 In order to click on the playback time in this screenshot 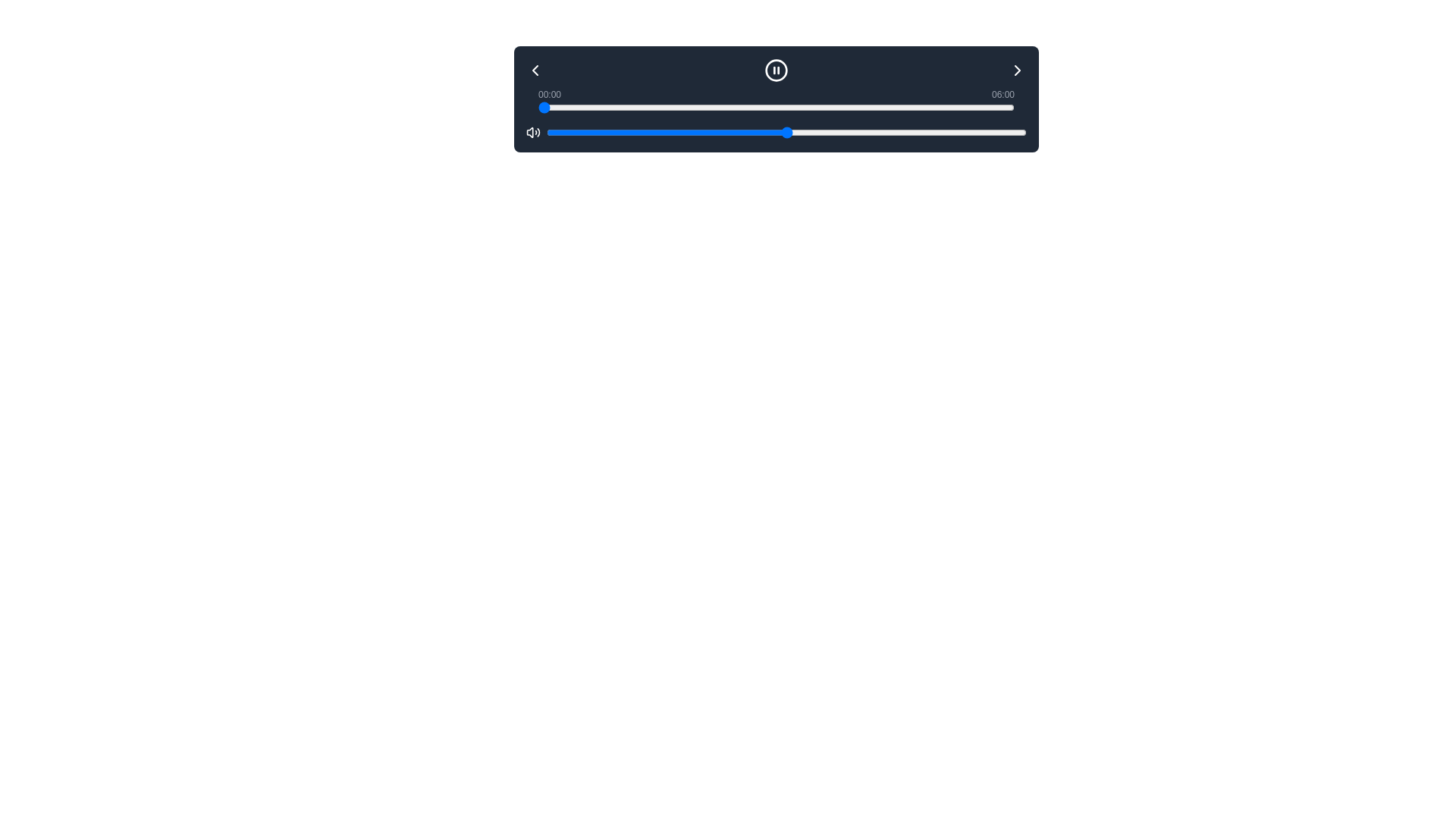, I will do `click(942, 107)`.